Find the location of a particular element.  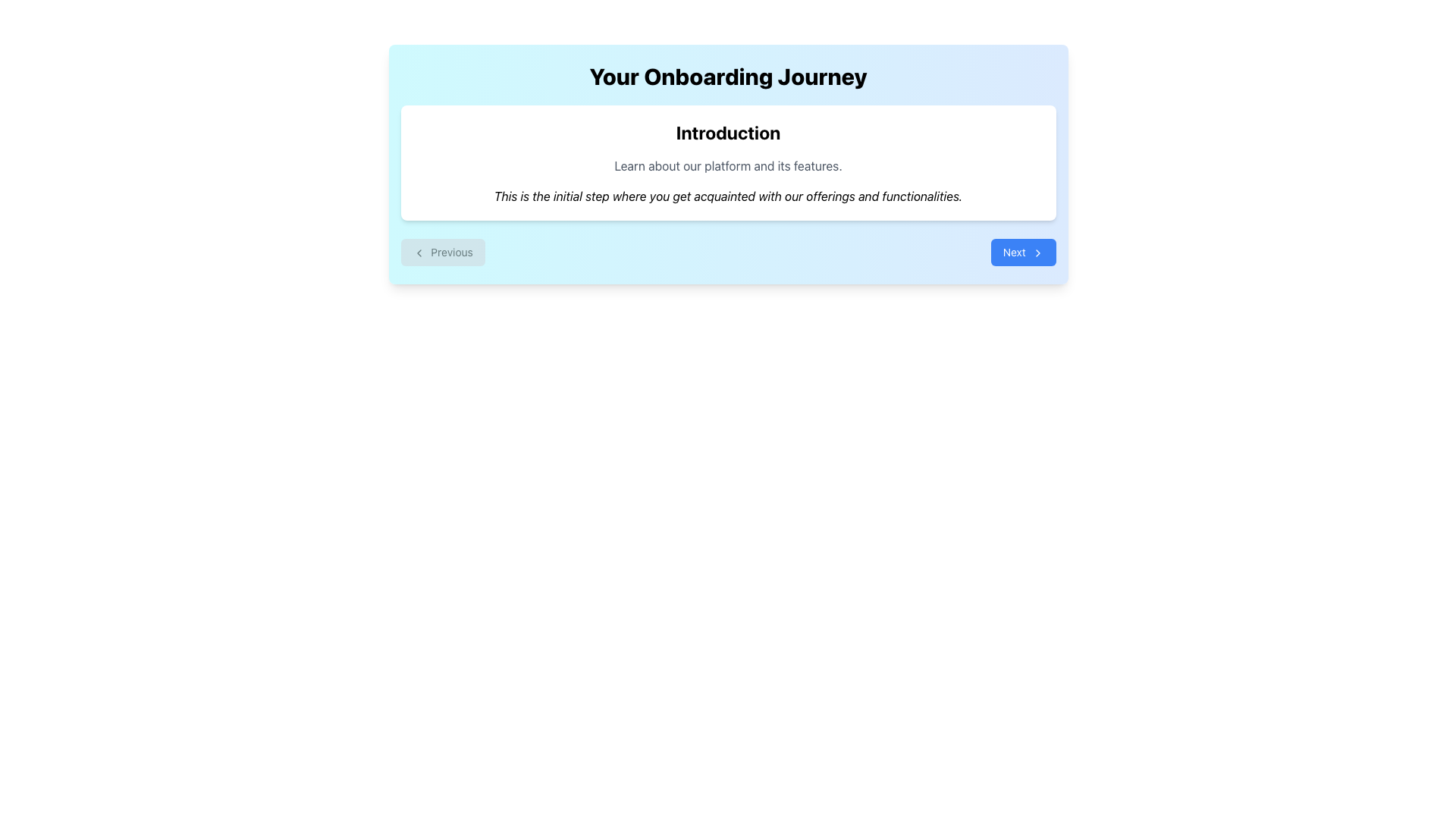

the rectangular blue button labeled 'Next' located at the bottom-right corner of the card-like component for accessibility navigation is located at coordinates (1023, 251).